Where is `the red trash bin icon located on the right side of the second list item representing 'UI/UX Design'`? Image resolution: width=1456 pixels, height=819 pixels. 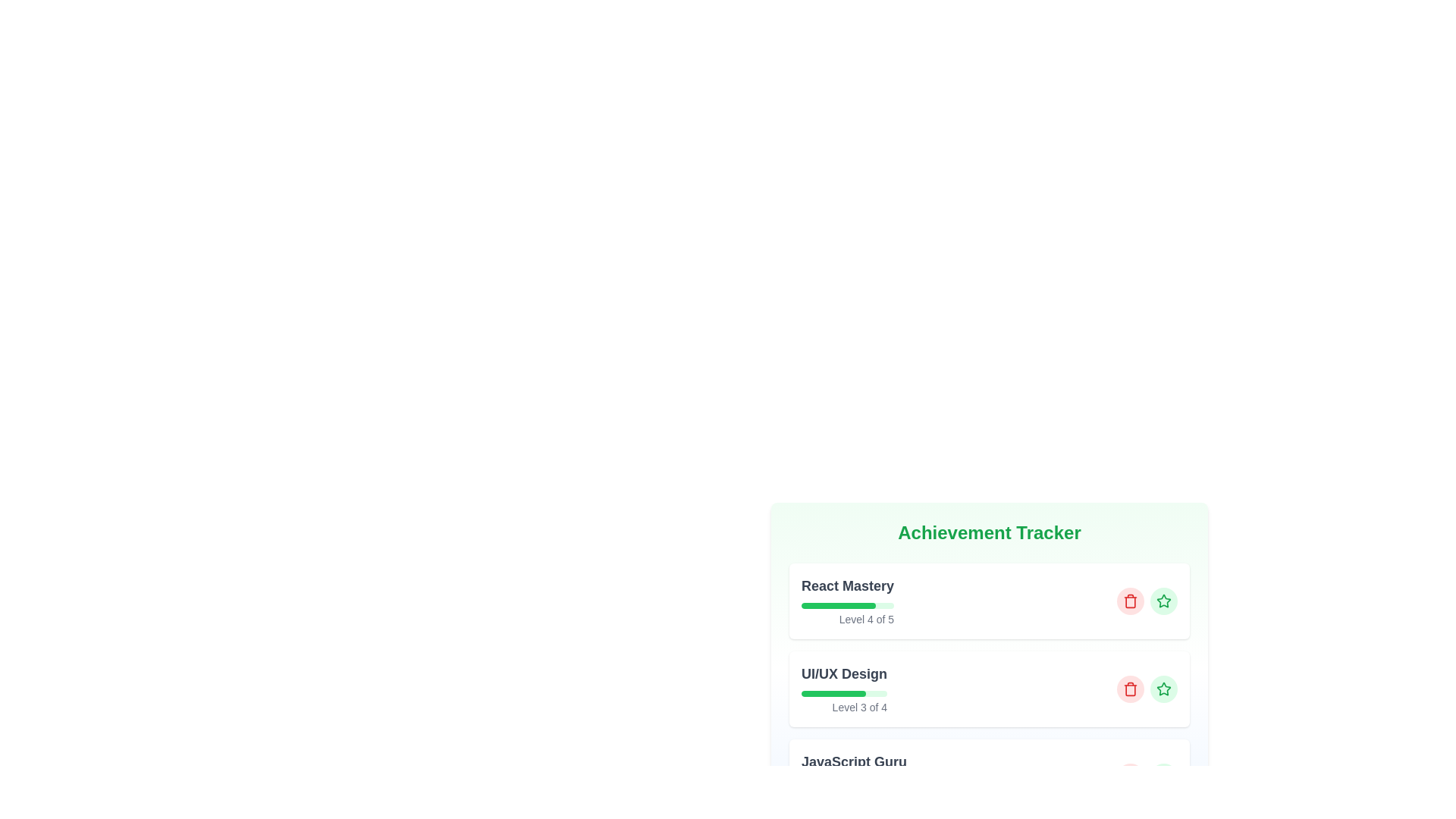
the red trash bin icon located on the right side of the second list item representing 'UI/UX Design' is located at coordinates (1131, 601).